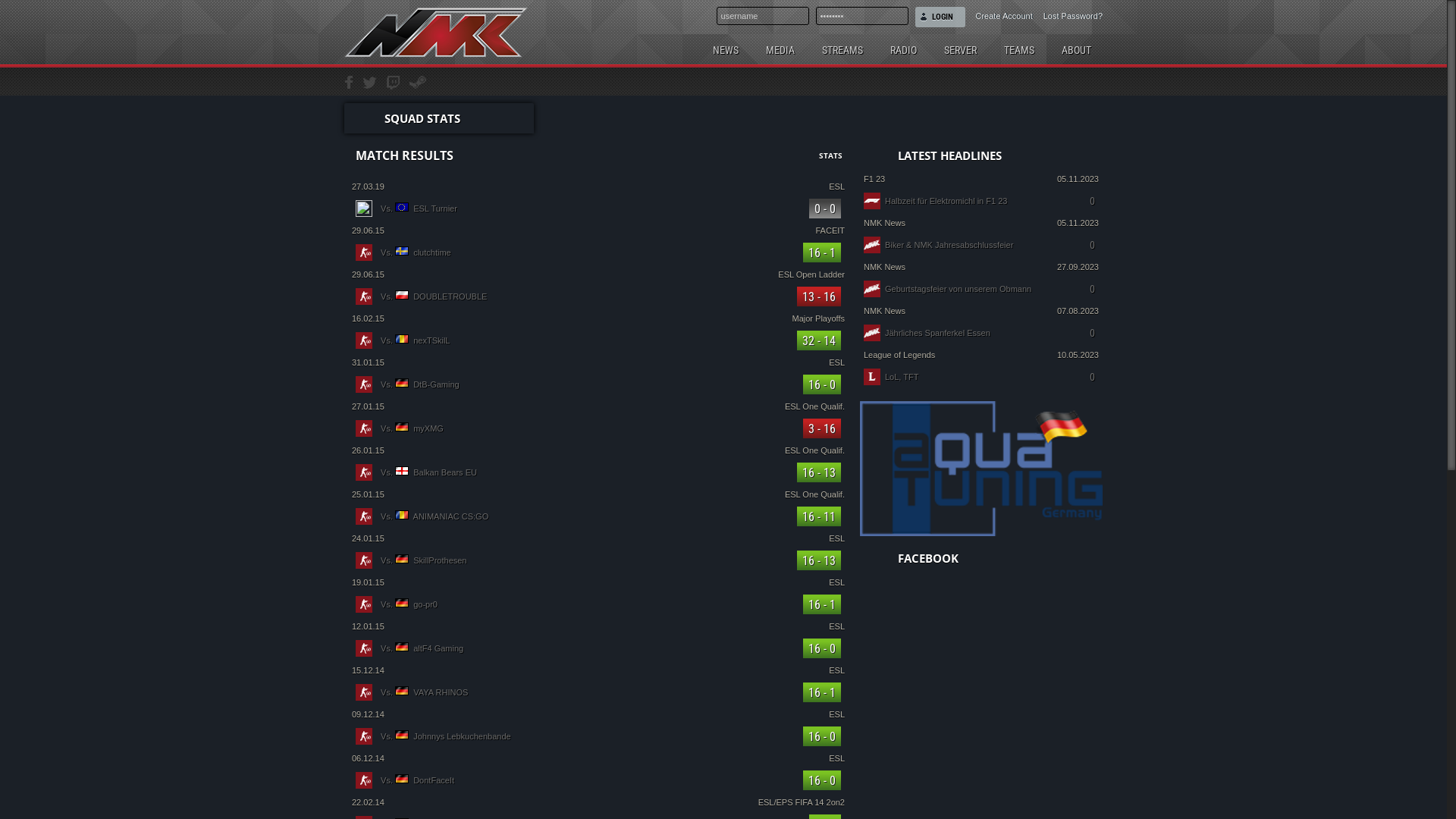 The width and height of the screenshot is (1456, 819). Describe the element at coordinates (724, 49) in the screenshot. I see `'NEWS'` at that location.